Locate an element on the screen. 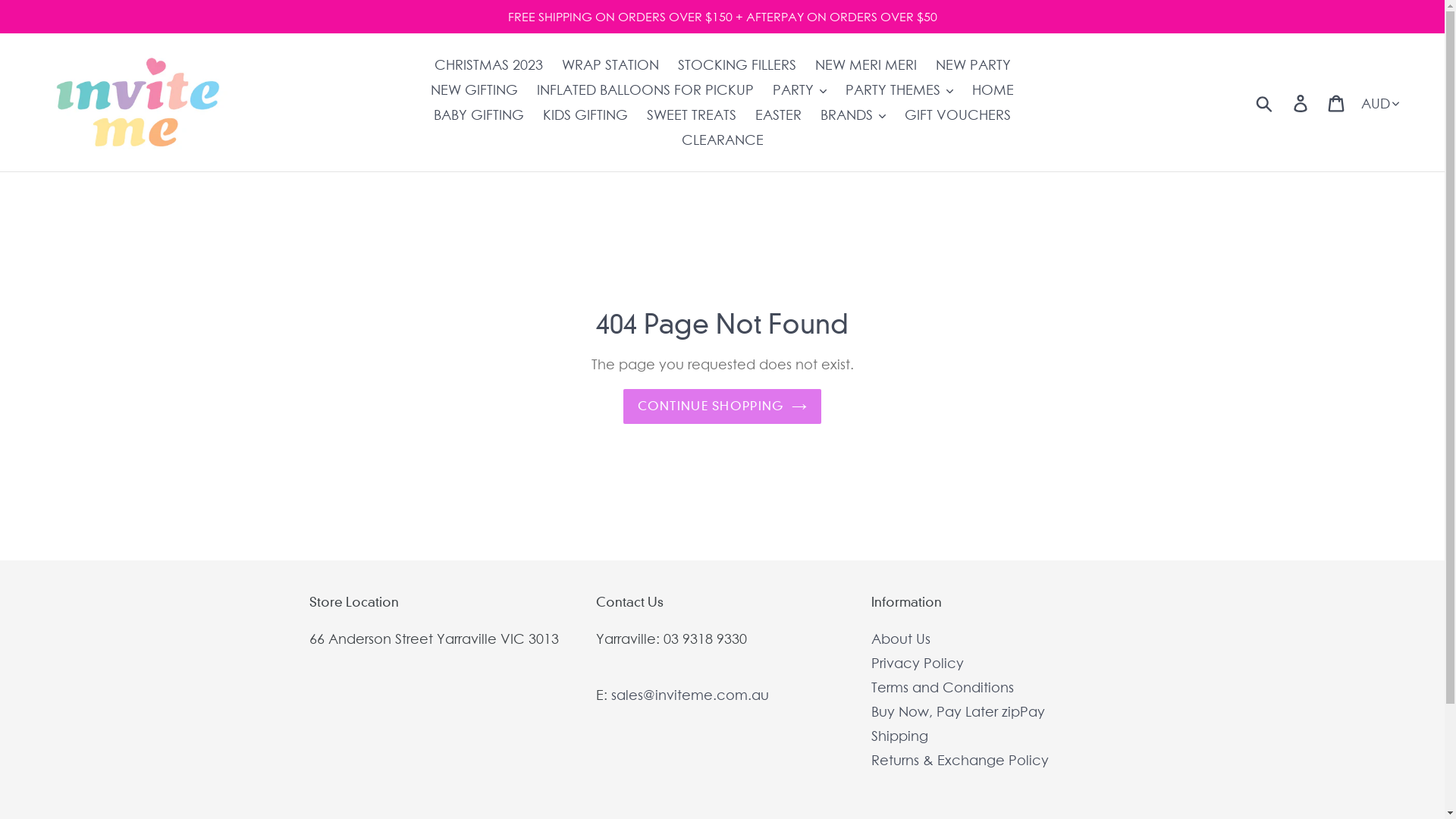  'NEW PARTY' is located at coordinates (973, 64).